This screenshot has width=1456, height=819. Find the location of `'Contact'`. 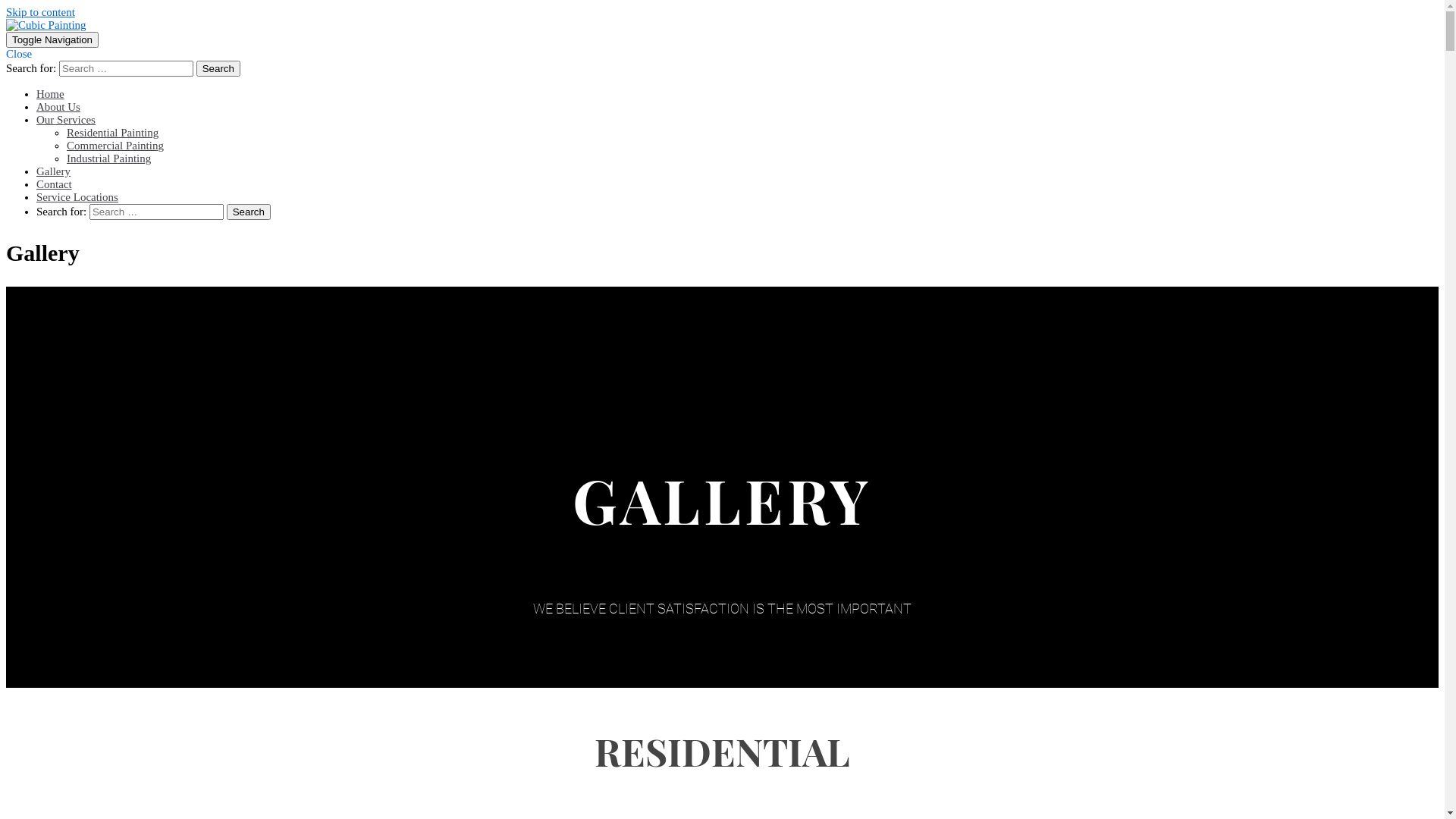

'Contact' is located at coordinates (54, 184).